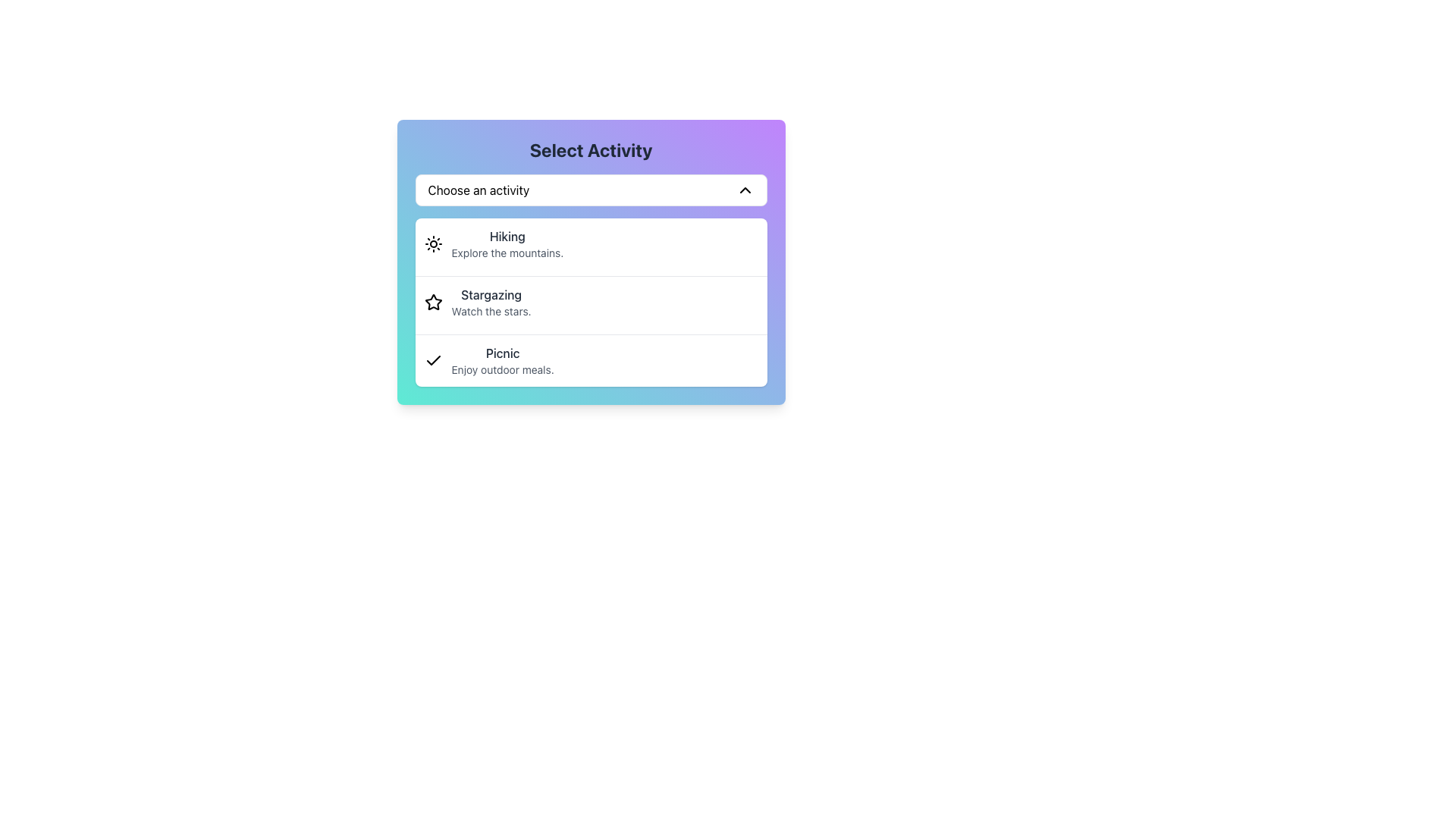  Describe the element at coordinates (432, 243) in the screenshot. I see `the decorative hiking icon located in the top-most item of the 'Select Activity' modal dialog box, positioned to the left of the title text 'Hiking'` at that location.